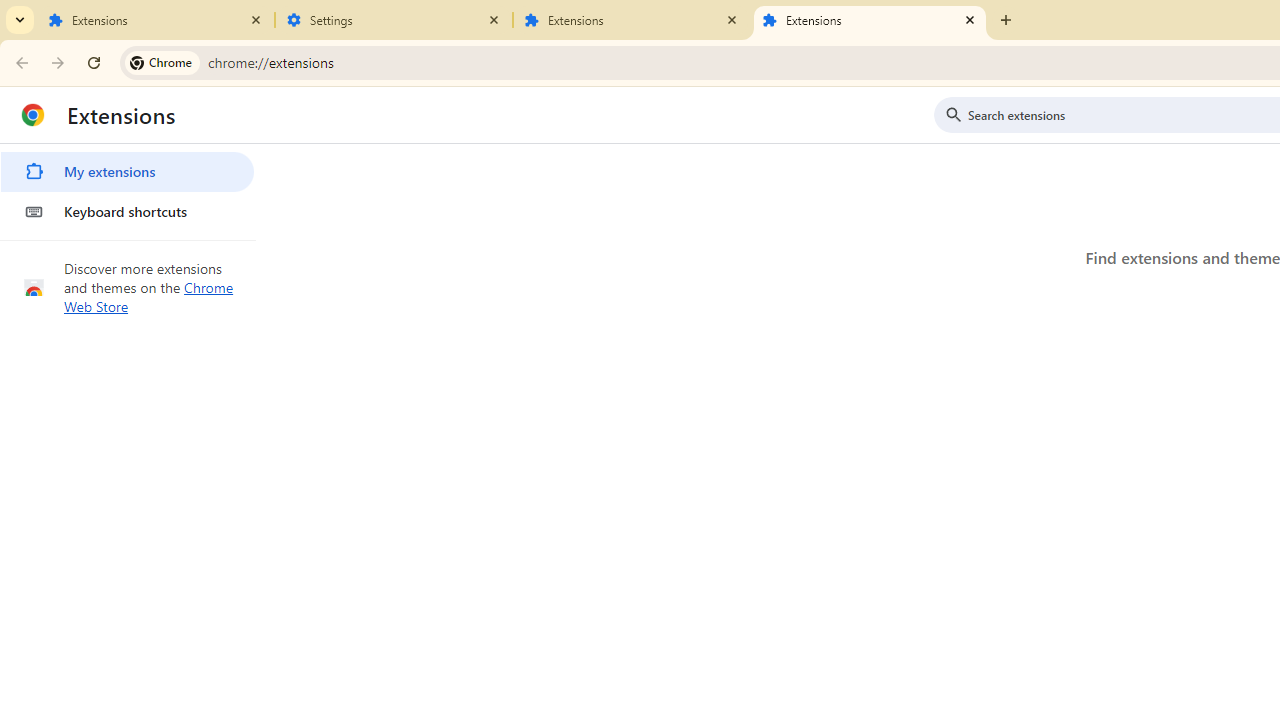  I want to click on 'My extensions', so click(126, 171).